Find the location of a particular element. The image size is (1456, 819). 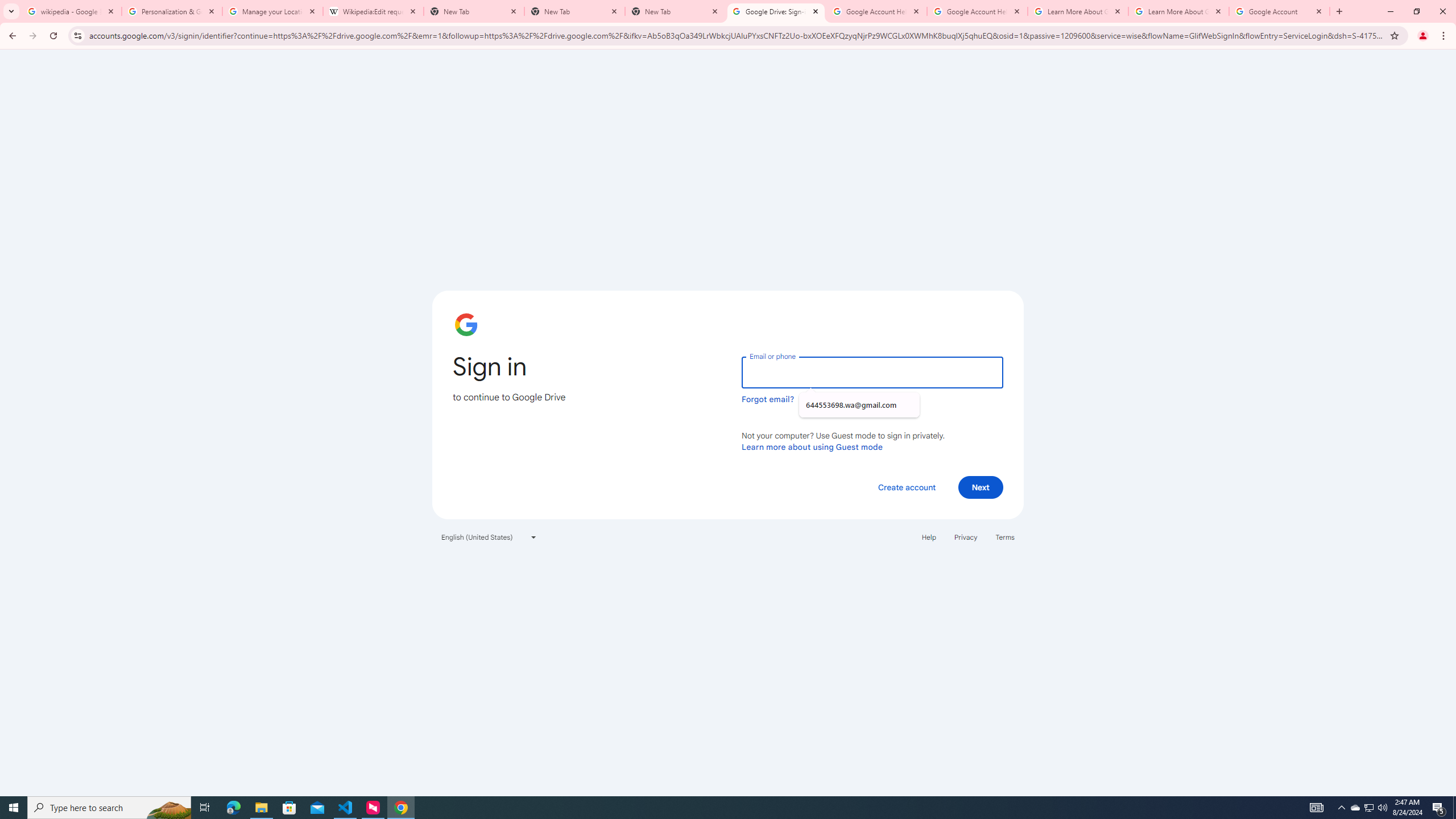

'644553698.wa@gmail.com' is located at coordinates (858, 405).